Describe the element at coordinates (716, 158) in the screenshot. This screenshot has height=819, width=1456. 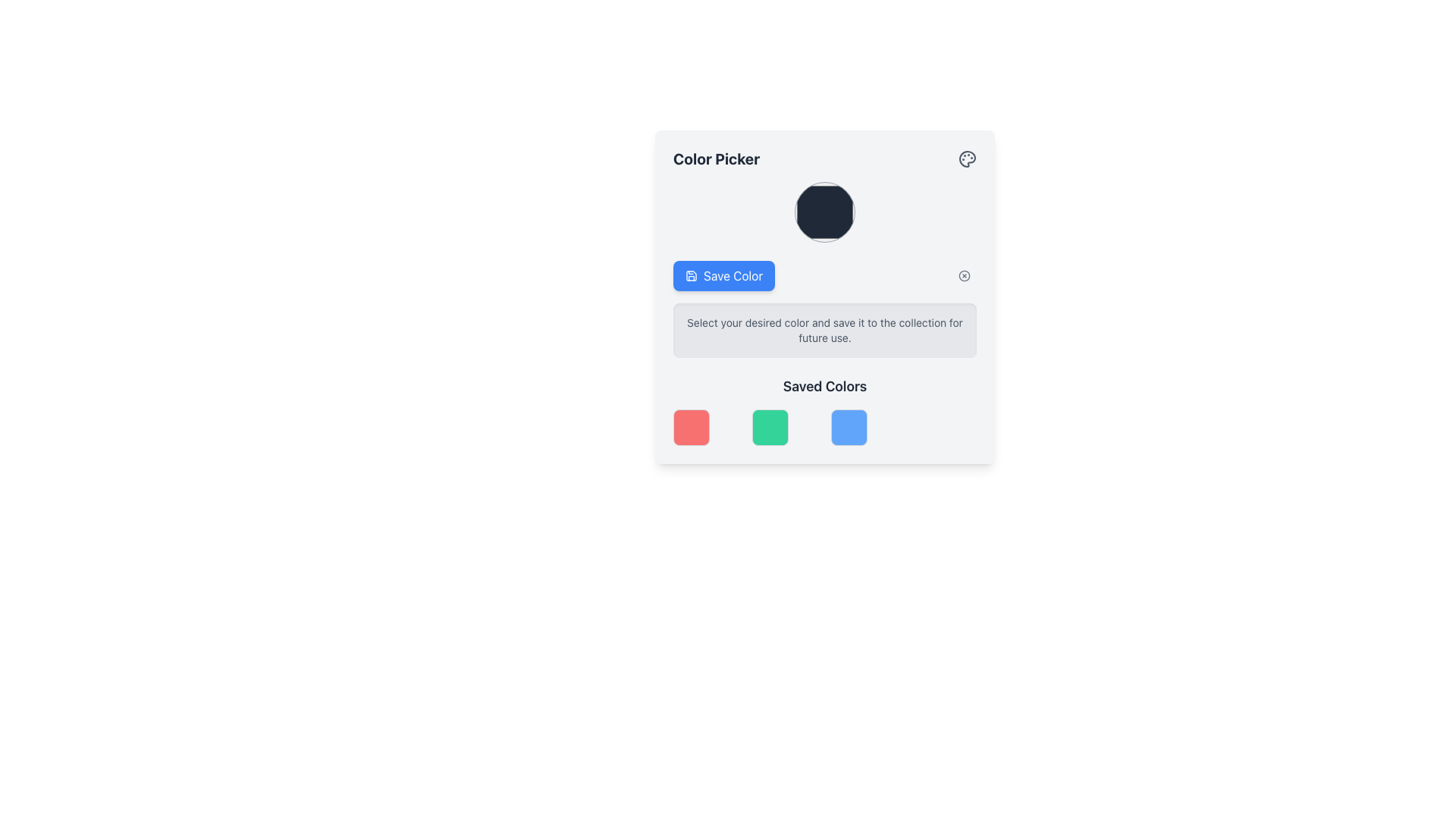
I see `the bold text label 'Color Picker' located at the top-left corner of the color selection interface` at that location.